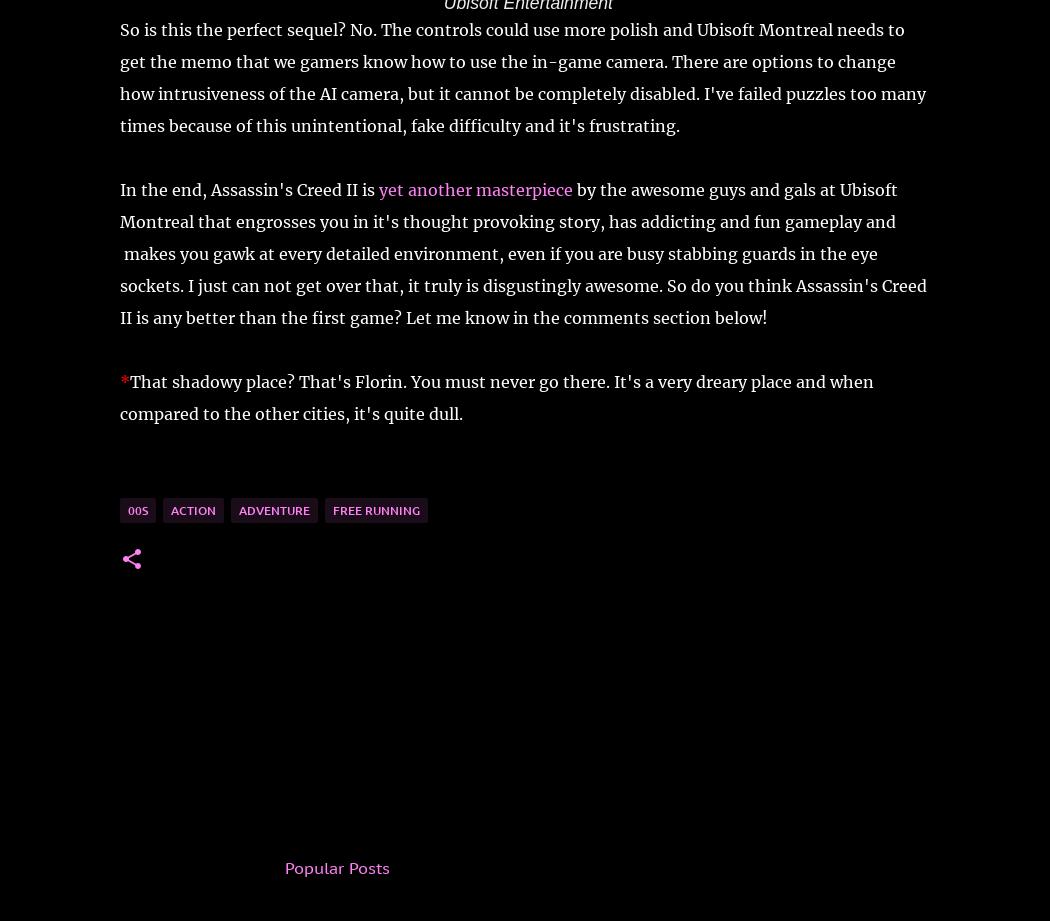 This screenshot has height=921, width=1050. What do you see at coordinates (495, 397) in the screenshot?
I see `'That shadowy place? That's Florin. You must never go there. It's a very dreary place and when compared to the other cities, it's quite dull.'` at bounding box center [495, 397].